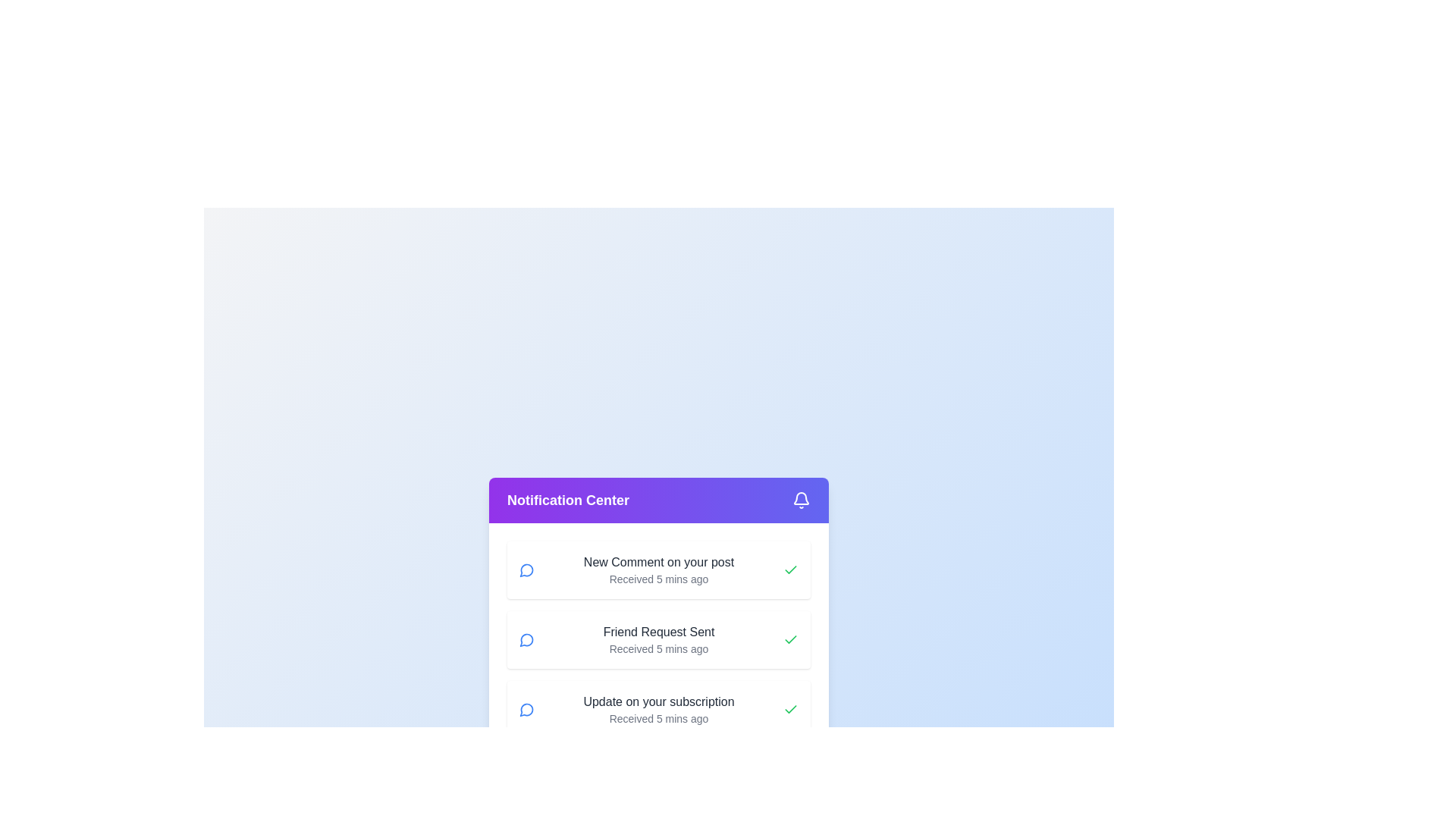 This screenshot has width=1456, height=819. What do you see at coordinates (658, 617) in the screenshot?
I see `the Notification card element that displays 'Friend Request Sent' with a timestamp 'Received 5 mins ago'. This card is the second in a vertical stack of notifications in the notification center` at bounding box center [658, 617].